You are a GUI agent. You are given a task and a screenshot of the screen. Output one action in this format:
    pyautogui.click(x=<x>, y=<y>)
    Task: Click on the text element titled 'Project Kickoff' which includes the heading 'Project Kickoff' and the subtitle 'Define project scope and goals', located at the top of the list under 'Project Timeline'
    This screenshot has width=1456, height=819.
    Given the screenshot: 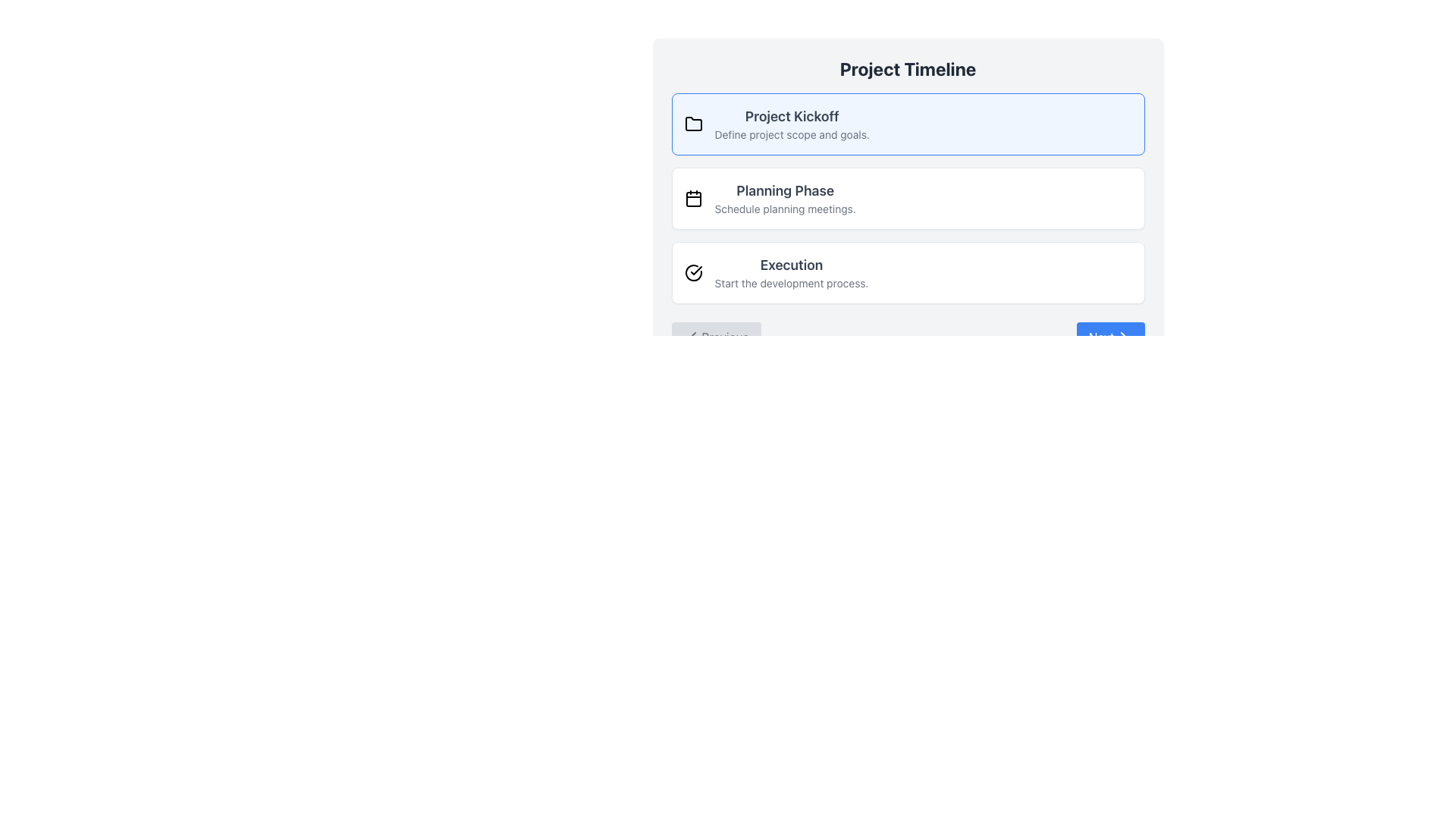 What is the action you would take?
    pyautogui.click(x=791, y=124)
    